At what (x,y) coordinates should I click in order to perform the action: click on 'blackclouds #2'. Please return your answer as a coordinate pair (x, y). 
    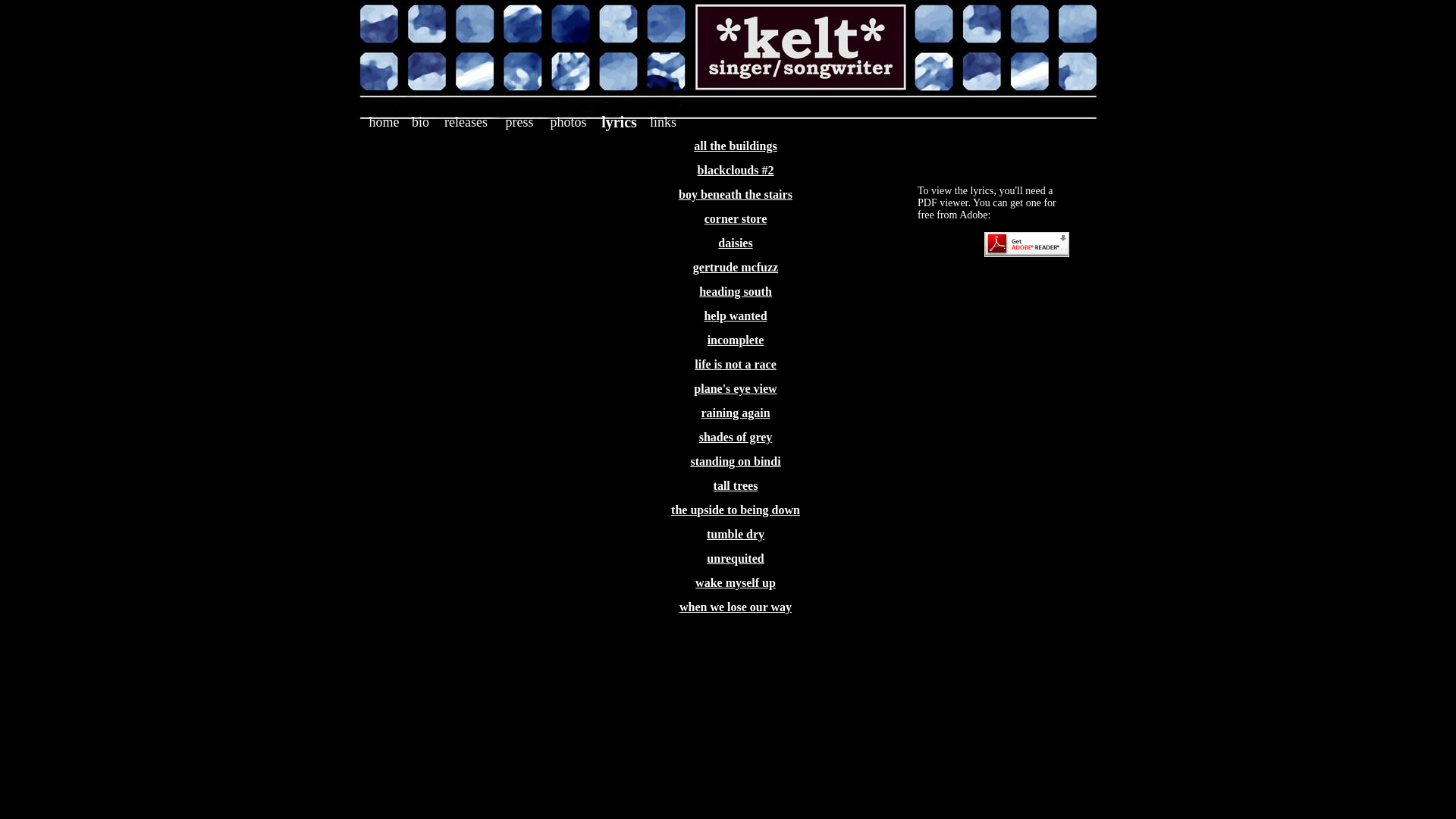
    Looking at the image, I should click on (697, 170).